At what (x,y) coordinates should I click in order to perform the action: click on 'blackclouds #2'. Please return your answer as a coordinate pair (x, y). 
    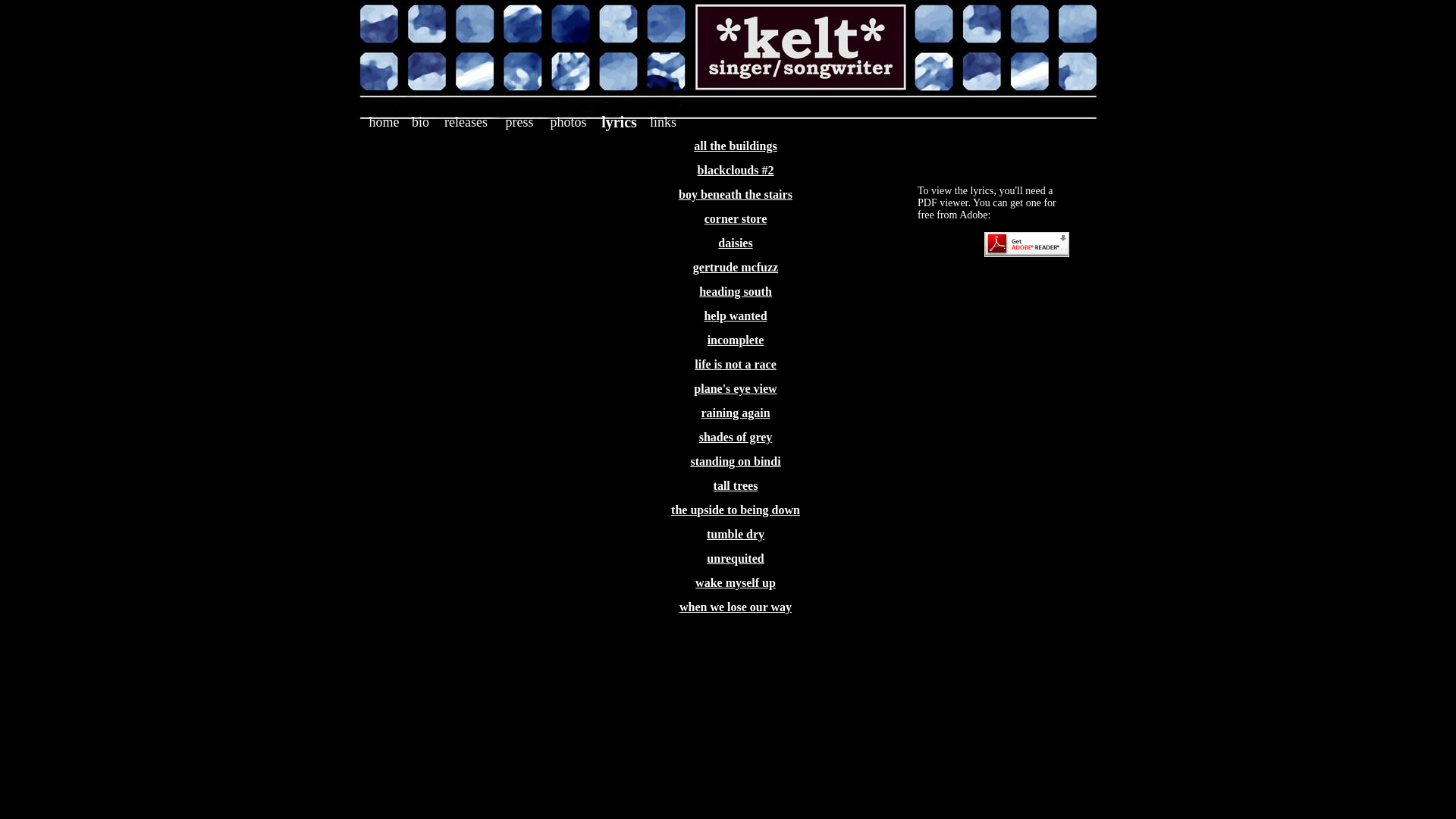
    Looking at the image, I should click on (697, 170).